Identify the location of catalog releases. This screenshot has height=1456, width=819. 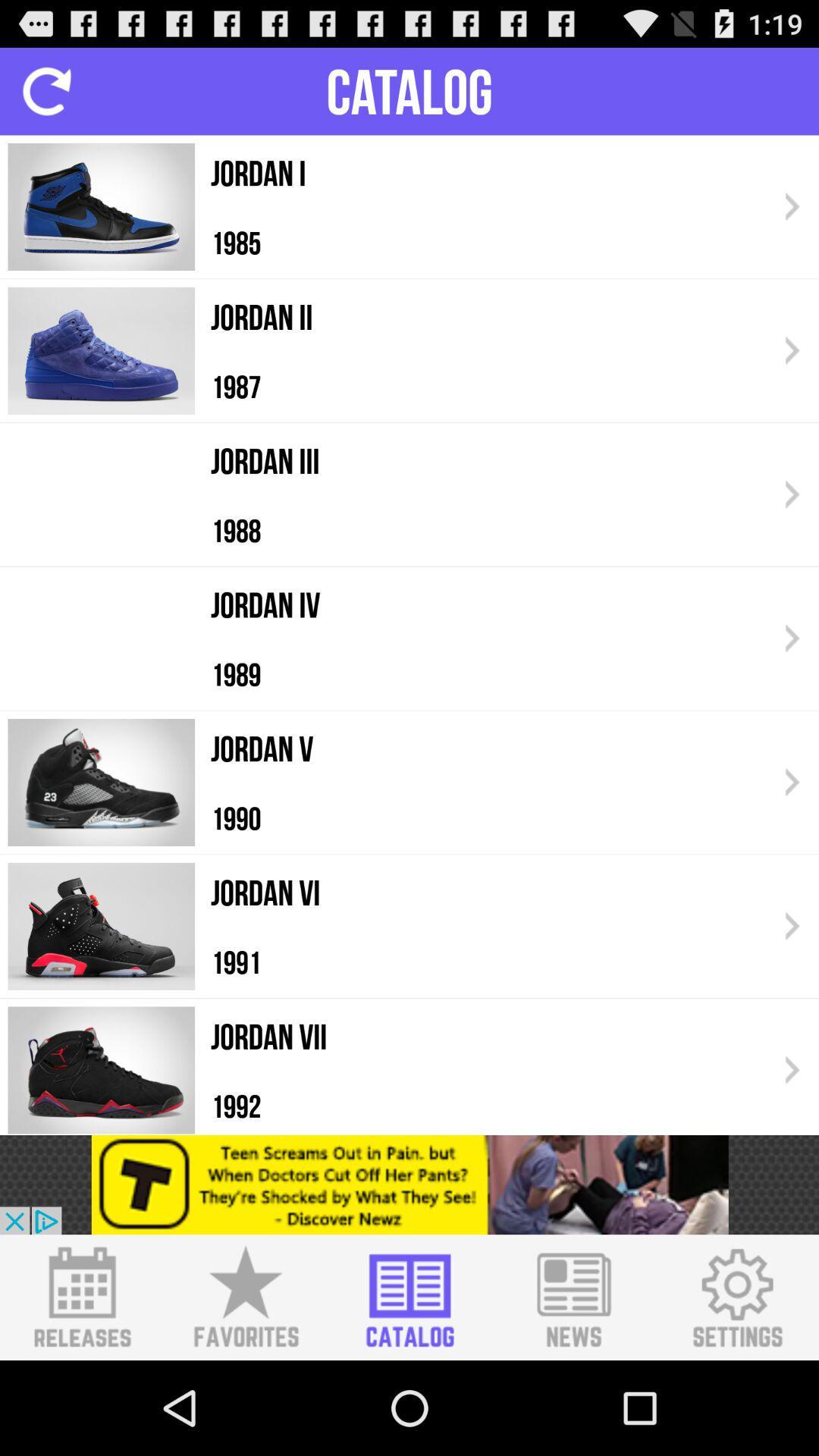
(82, 1297).